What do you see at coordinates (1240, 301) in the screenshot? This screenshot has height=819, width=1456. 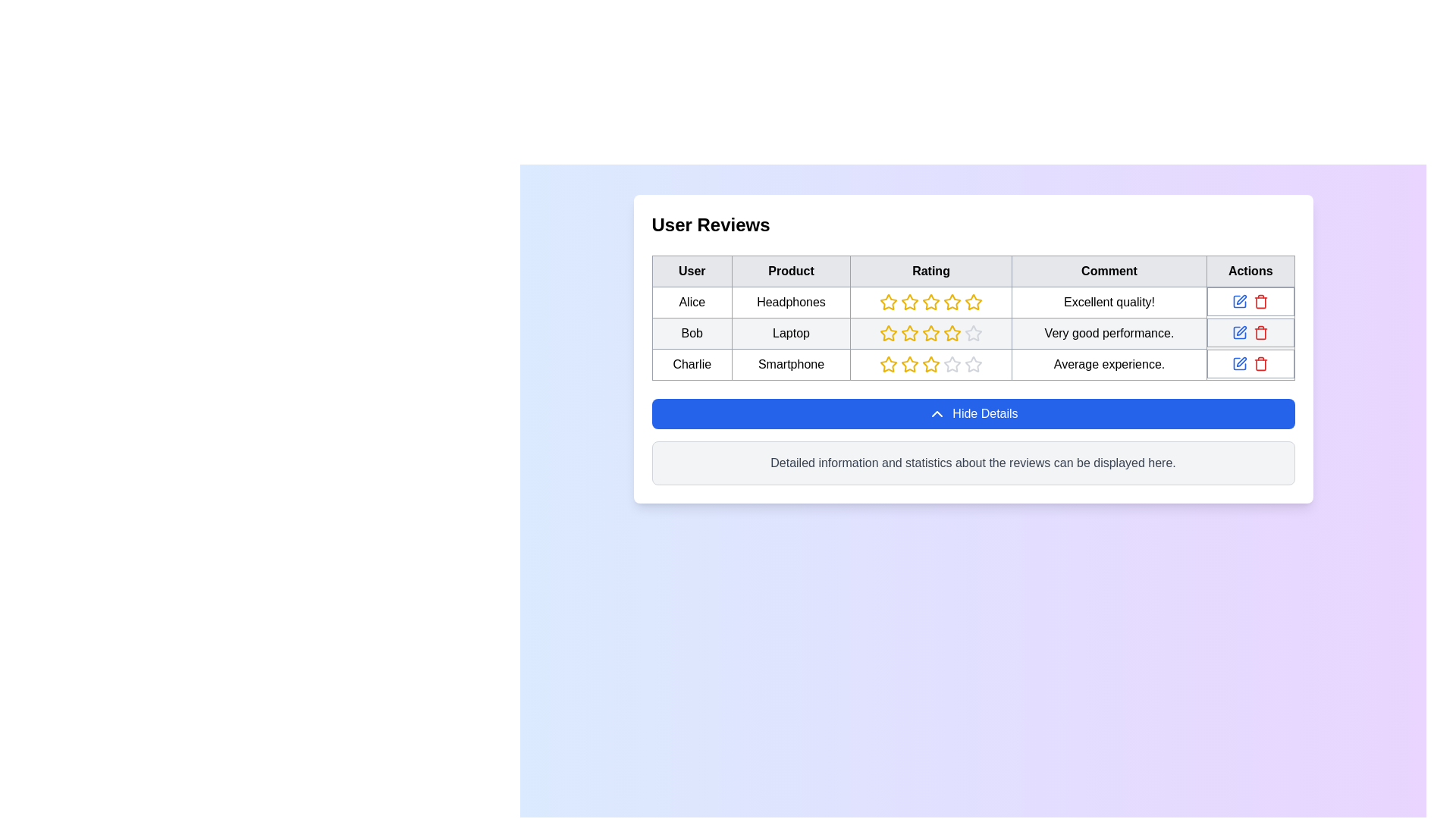 I see `the blue pen icon button in the 'Actions' column of the first row in the user reviews table to observe the hover effect` at bounding box center [1240, 301].